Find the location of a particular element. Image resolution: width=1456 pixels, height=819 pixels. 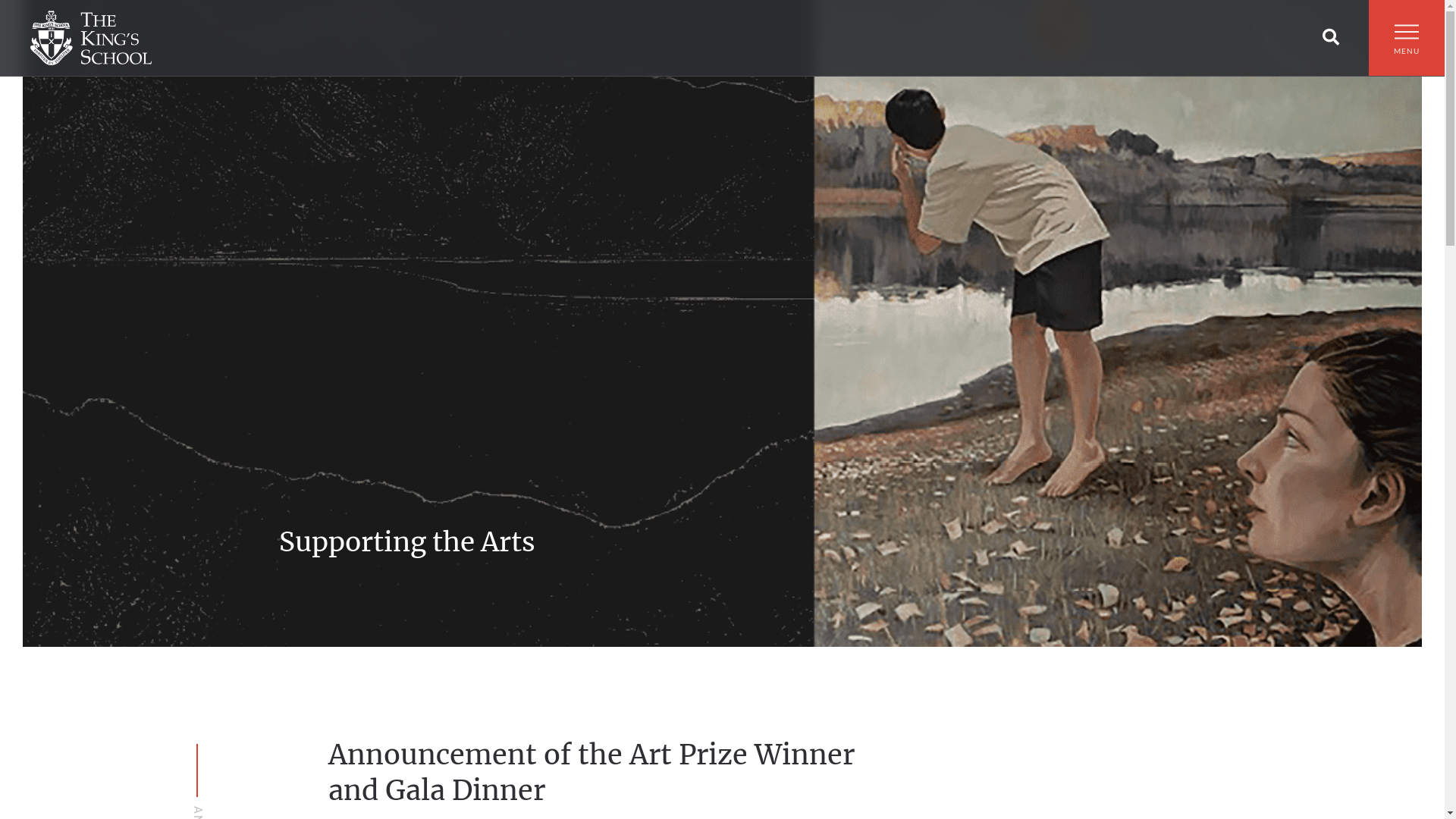

'MENU' is located at coordinates (1405, 45).